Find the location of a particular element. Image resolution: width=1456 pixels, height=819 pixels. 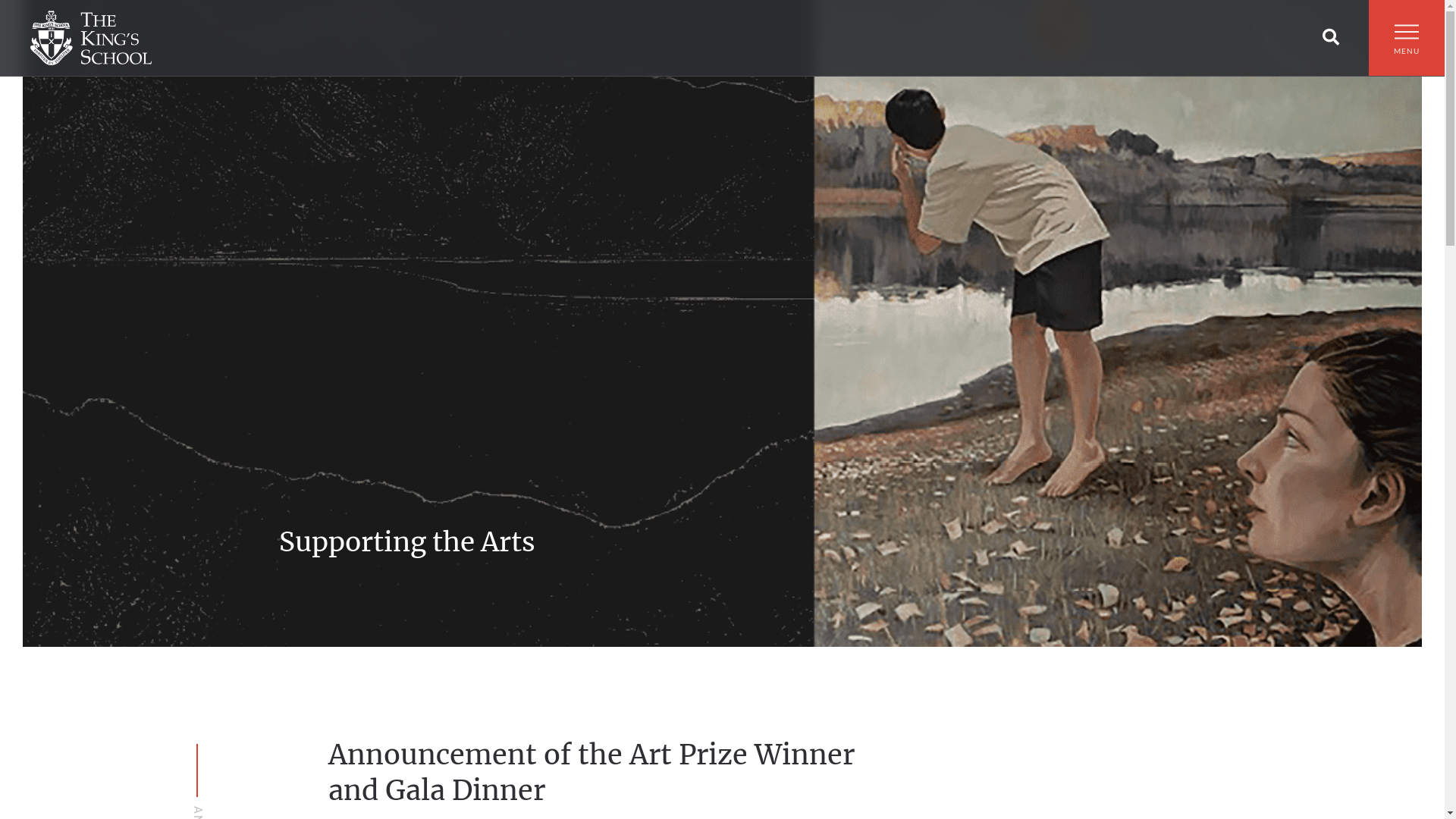

'MENU' is located at coordinates (1405, 45).